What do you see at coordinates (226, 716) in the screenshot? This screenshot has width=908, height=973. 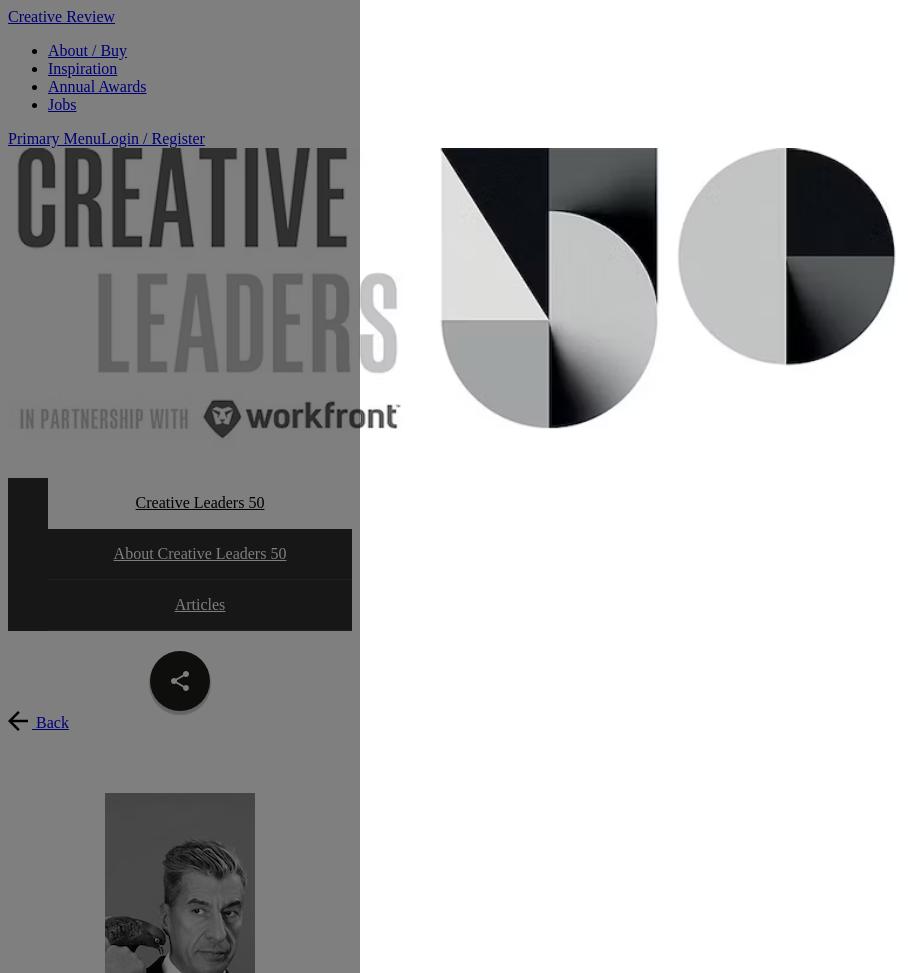 I see `'Facebook'` at bounding box center [226, 716].